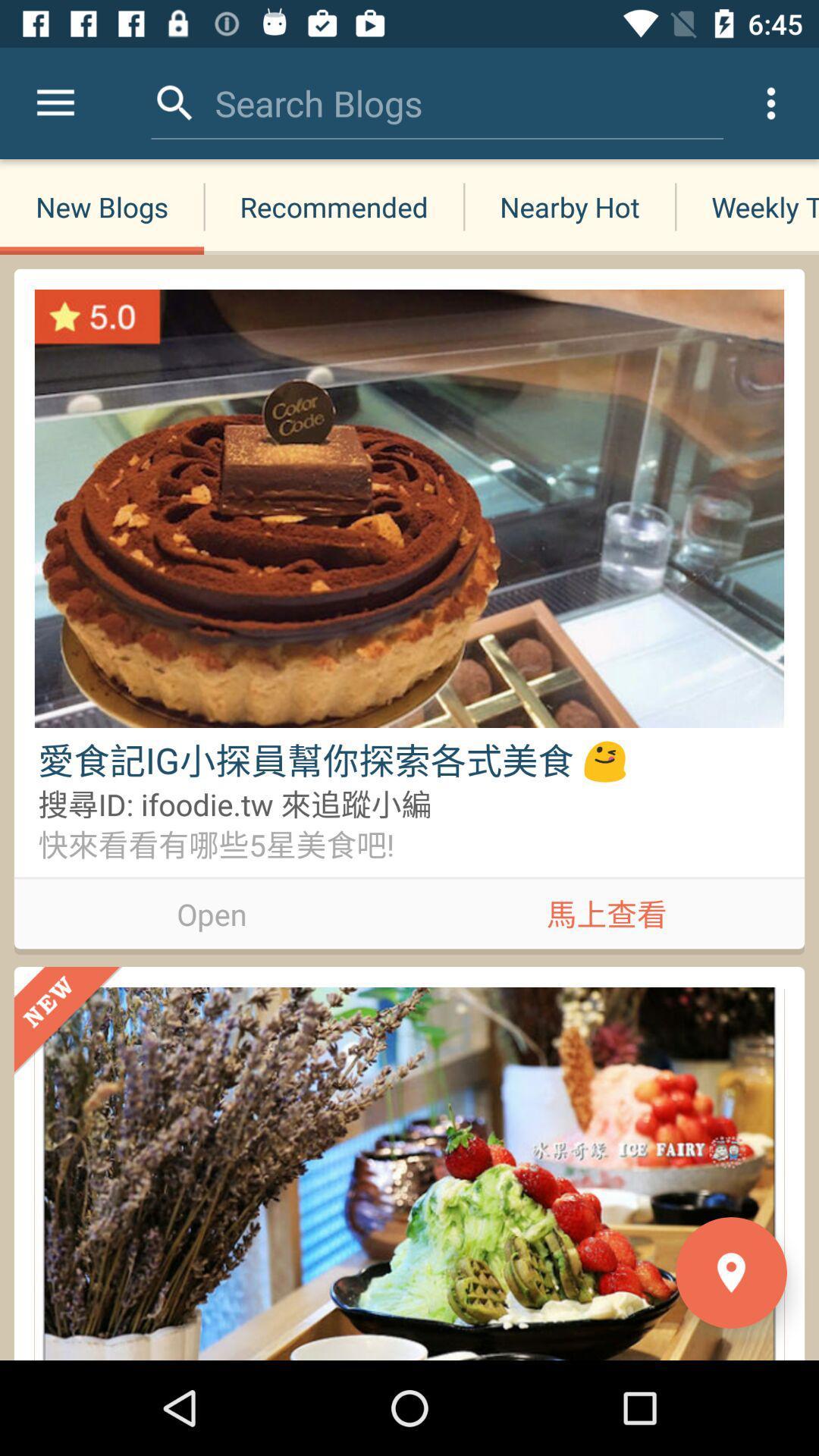 The image size is (819, 1456). I want to click on the icon above weekly tops icon, so click(771, 102).